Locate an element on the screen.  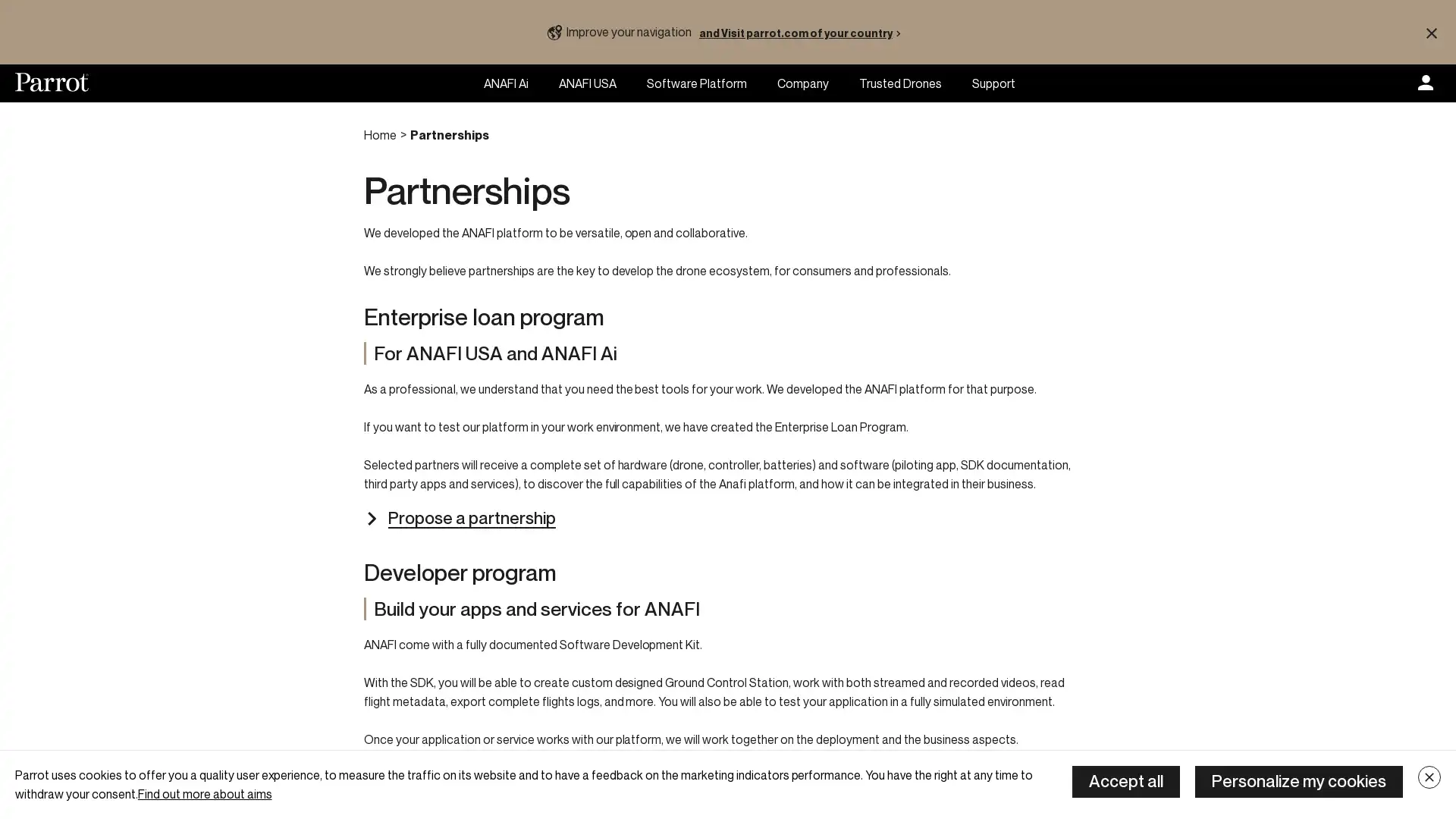
and Visit parrot.com of your country go to my shop is located at coordinates (802, 32).